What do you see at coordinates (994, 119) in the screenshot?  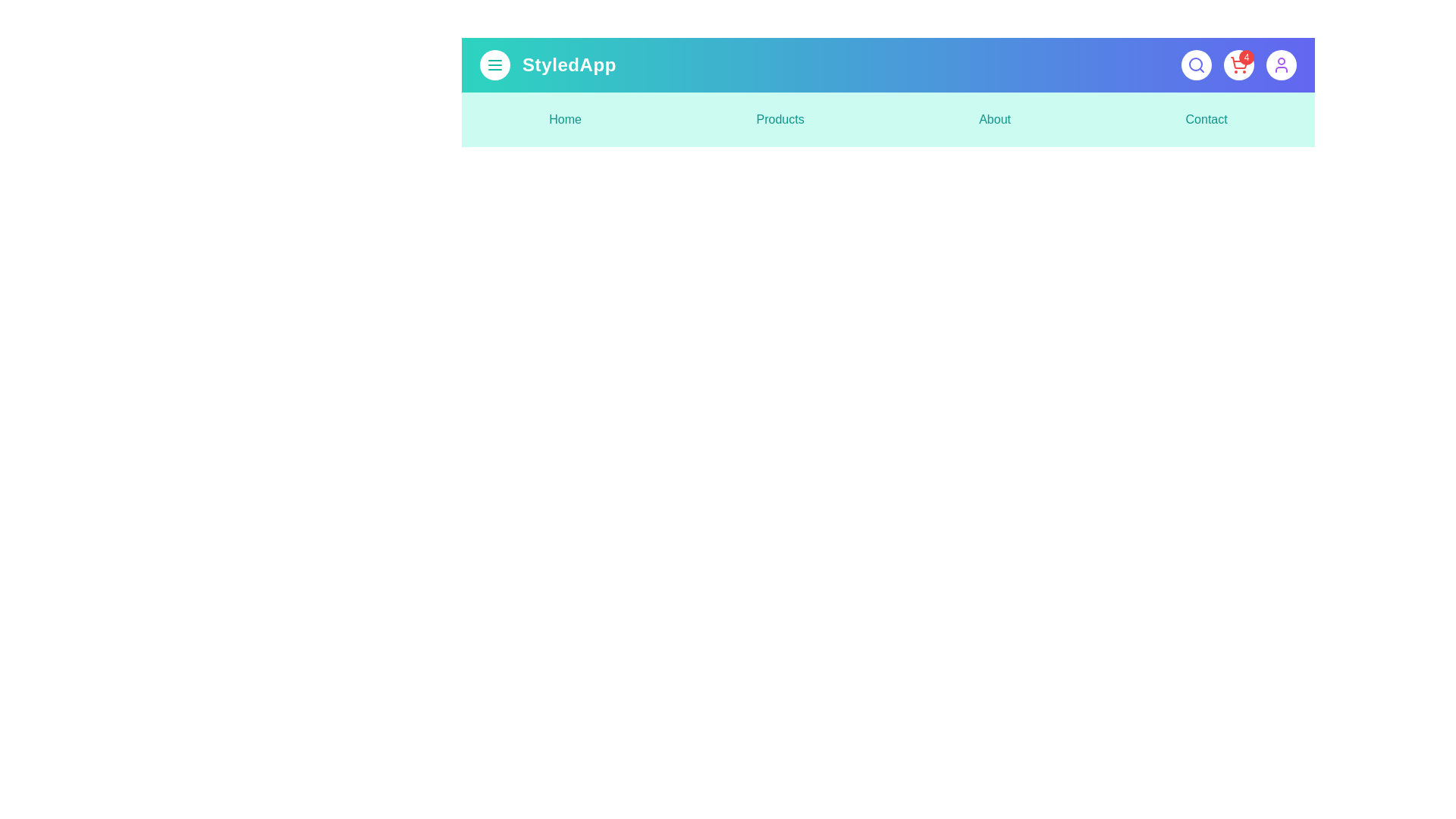 I see `the menu item labeled About to navigate to the corresponding section` at bounding box center [994, 119].